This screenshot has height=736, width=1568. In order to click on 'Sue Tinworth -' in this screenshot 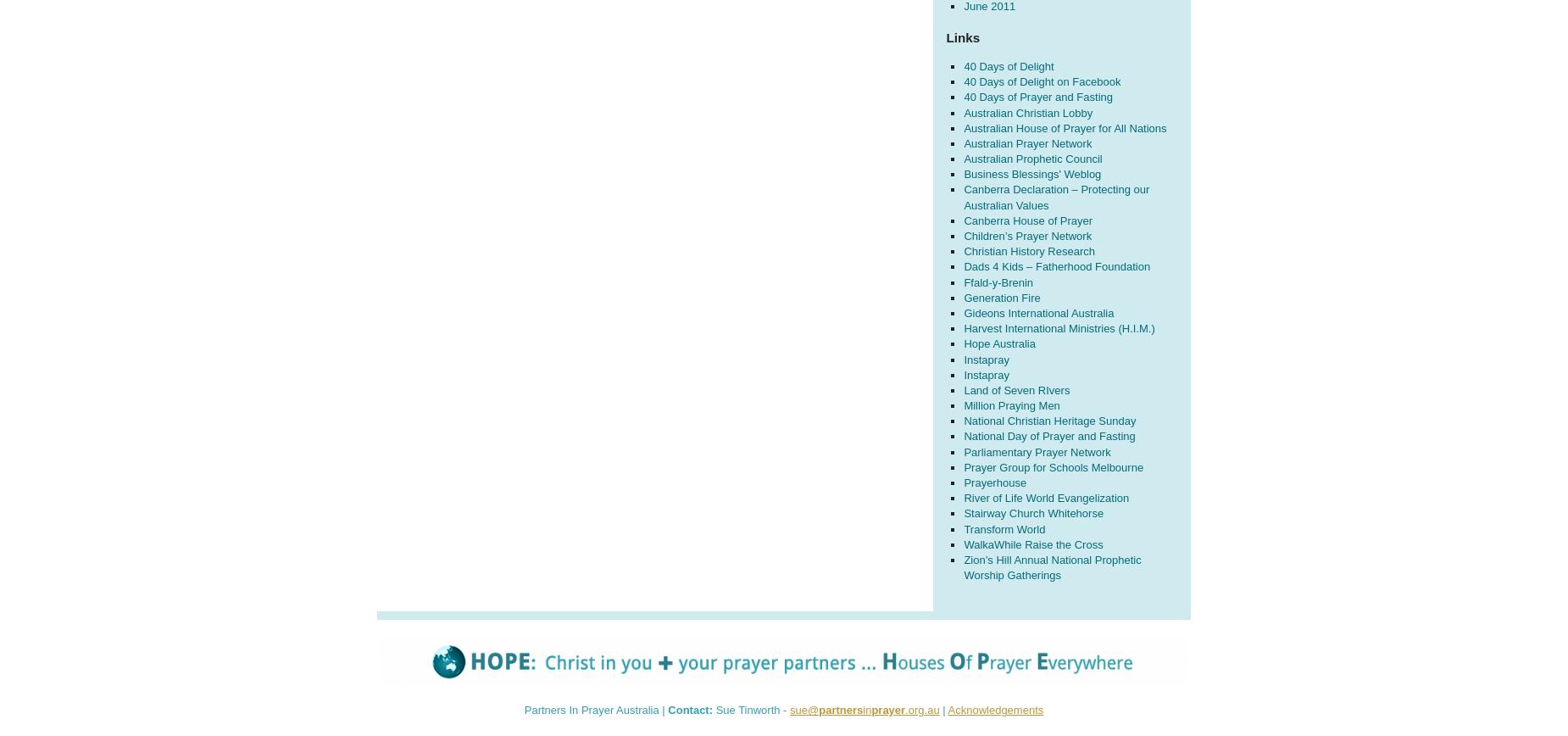, I will do `click(751, 710)`.